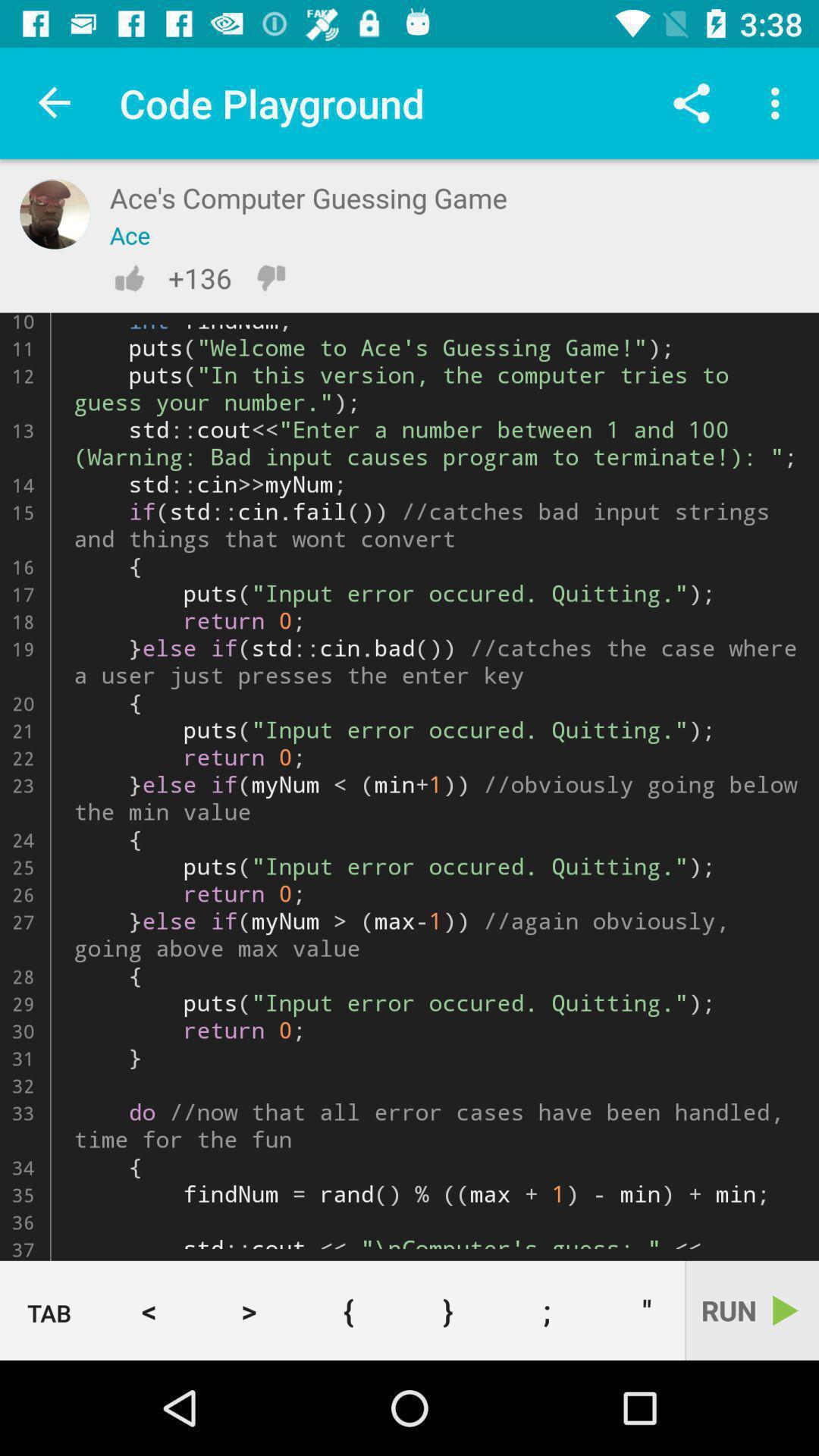  What do you see at coordinates (54, 213) in the screenshot?
I see `open profile` at bounding box center [54, 213].